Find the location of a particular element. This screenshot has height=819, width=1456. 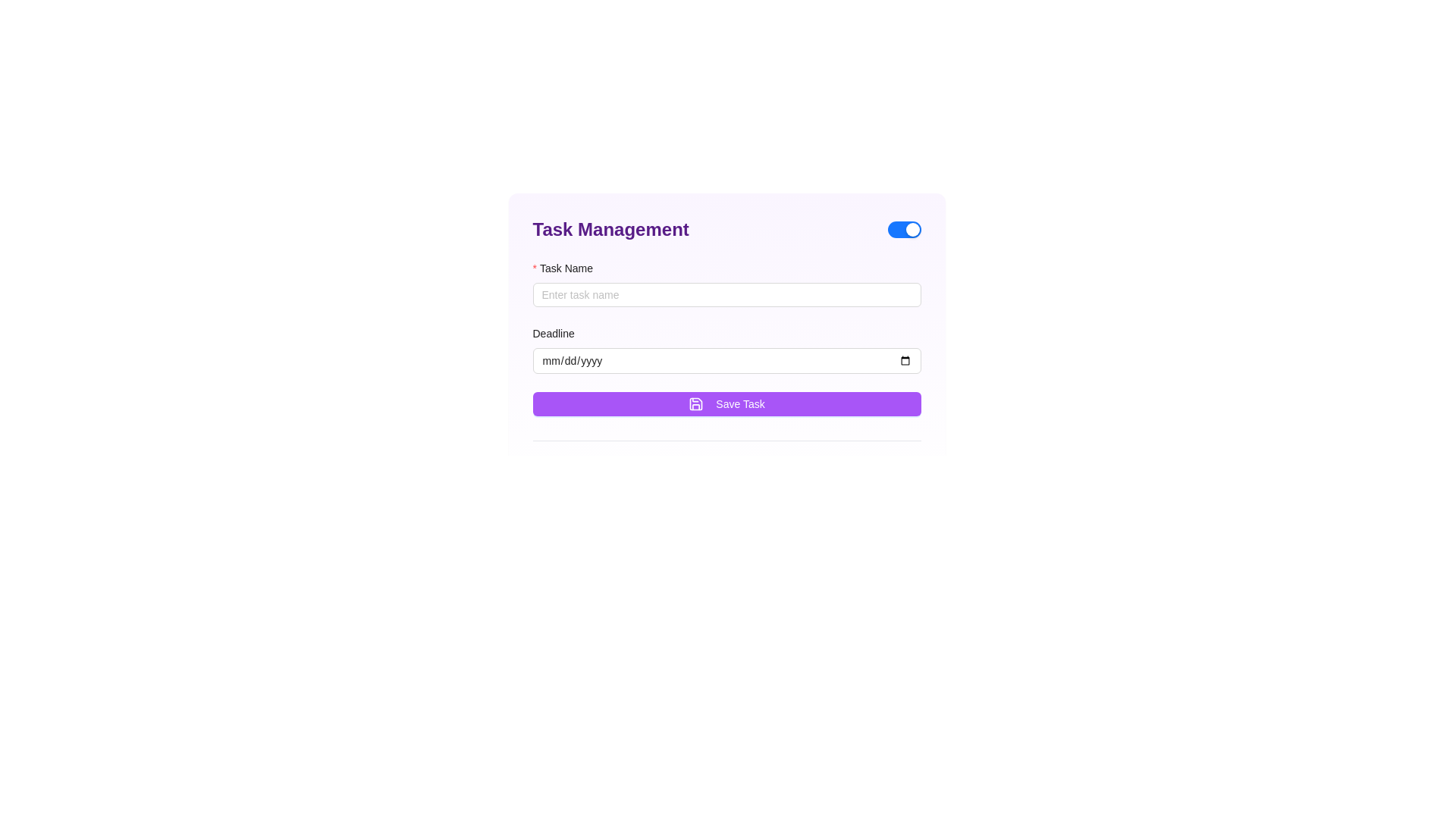

text label 'Save Task' located within the button component at the center of the form, which indicates the purpose of the button for form submission is located at coordinates (740, 403).